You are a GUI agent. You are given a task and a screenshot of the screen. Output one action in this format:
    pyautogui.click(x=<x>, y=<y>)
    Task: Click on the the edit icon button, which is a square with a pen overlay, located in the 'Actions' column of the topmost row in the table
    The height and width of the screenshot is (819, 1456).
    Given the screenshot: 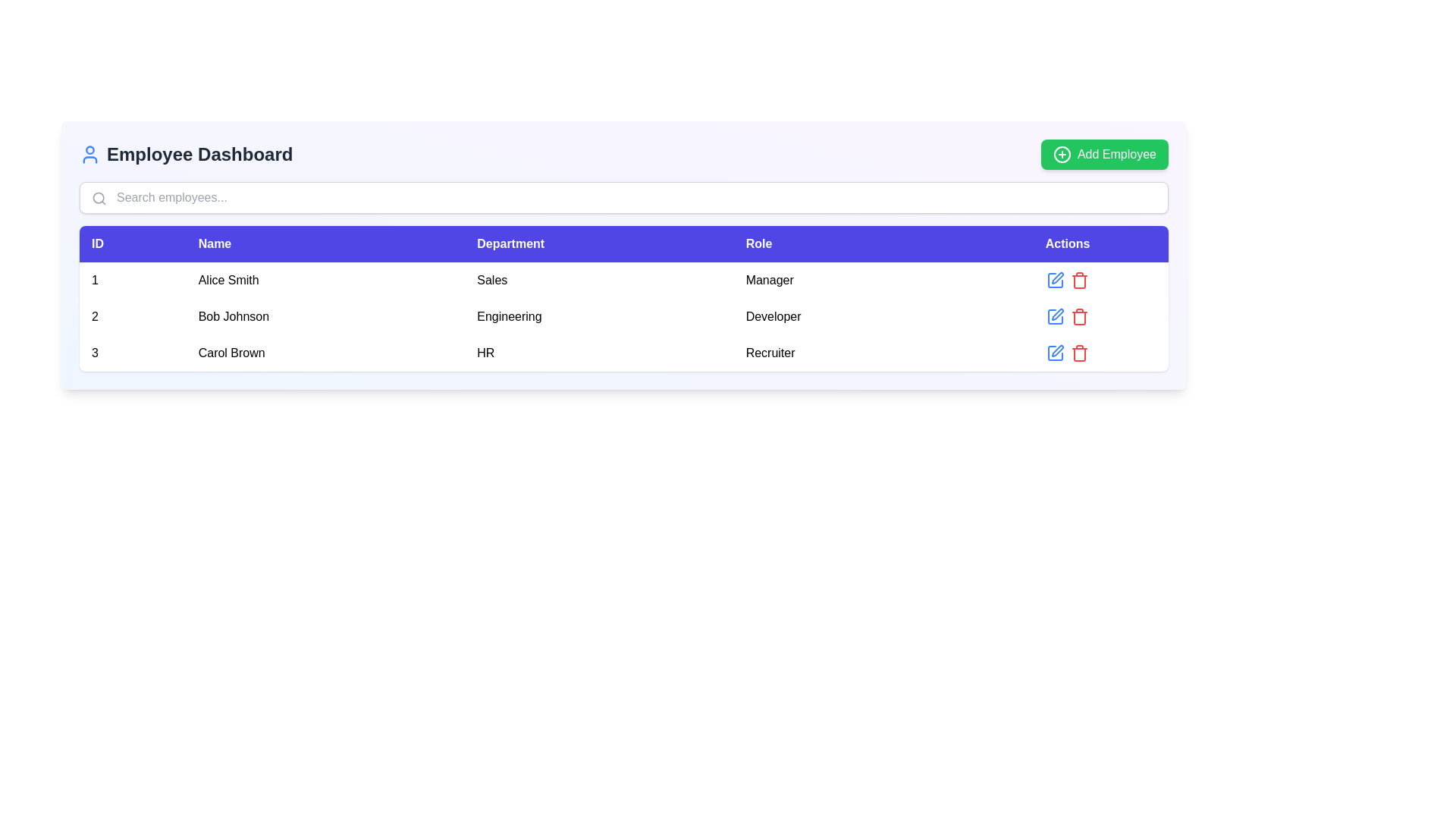 What is the action you would take?
    pyautogui.click(x=1055, y=281)
    